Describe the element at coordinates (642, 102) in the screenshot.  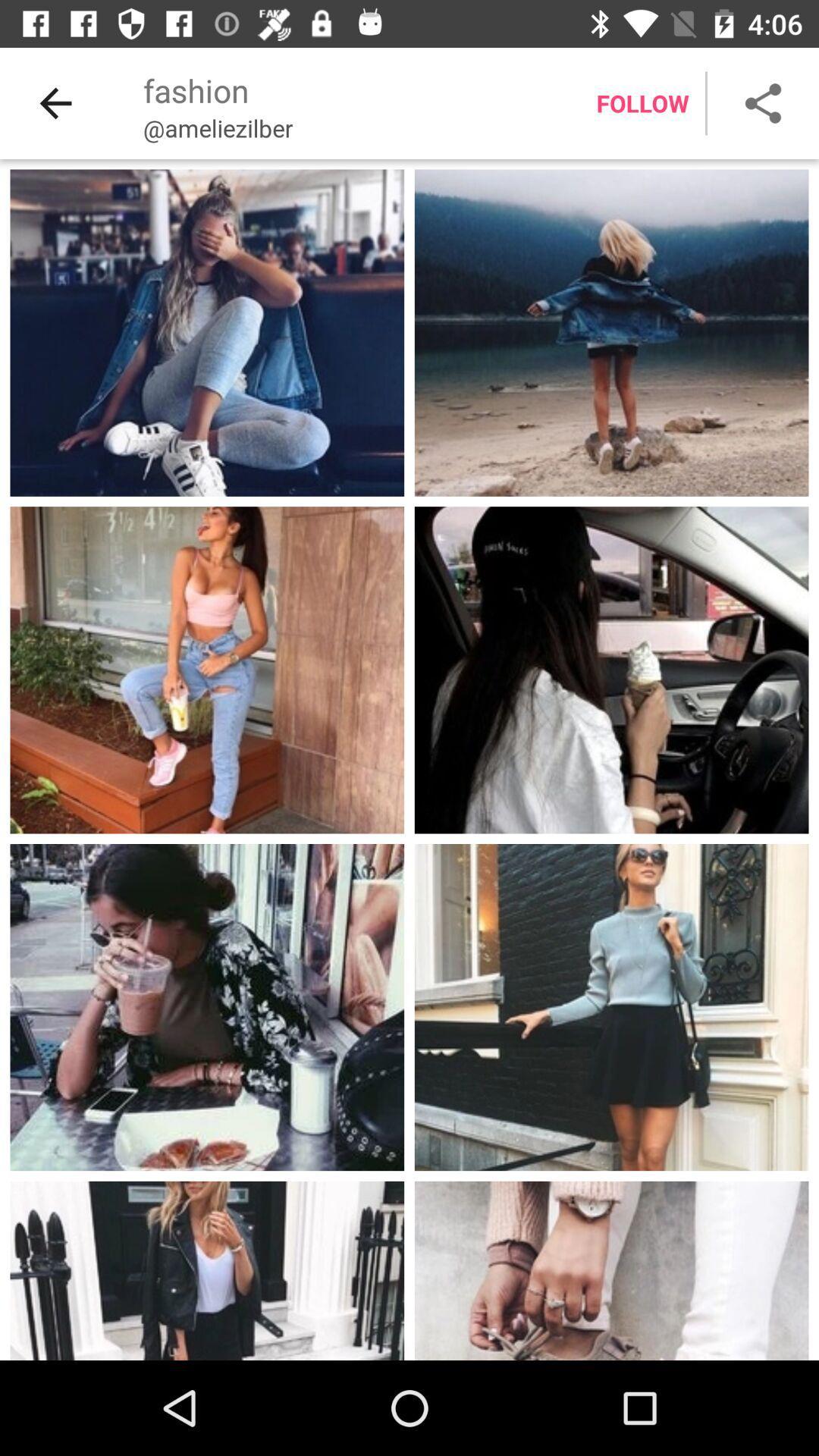
I see `follow item` at that location.